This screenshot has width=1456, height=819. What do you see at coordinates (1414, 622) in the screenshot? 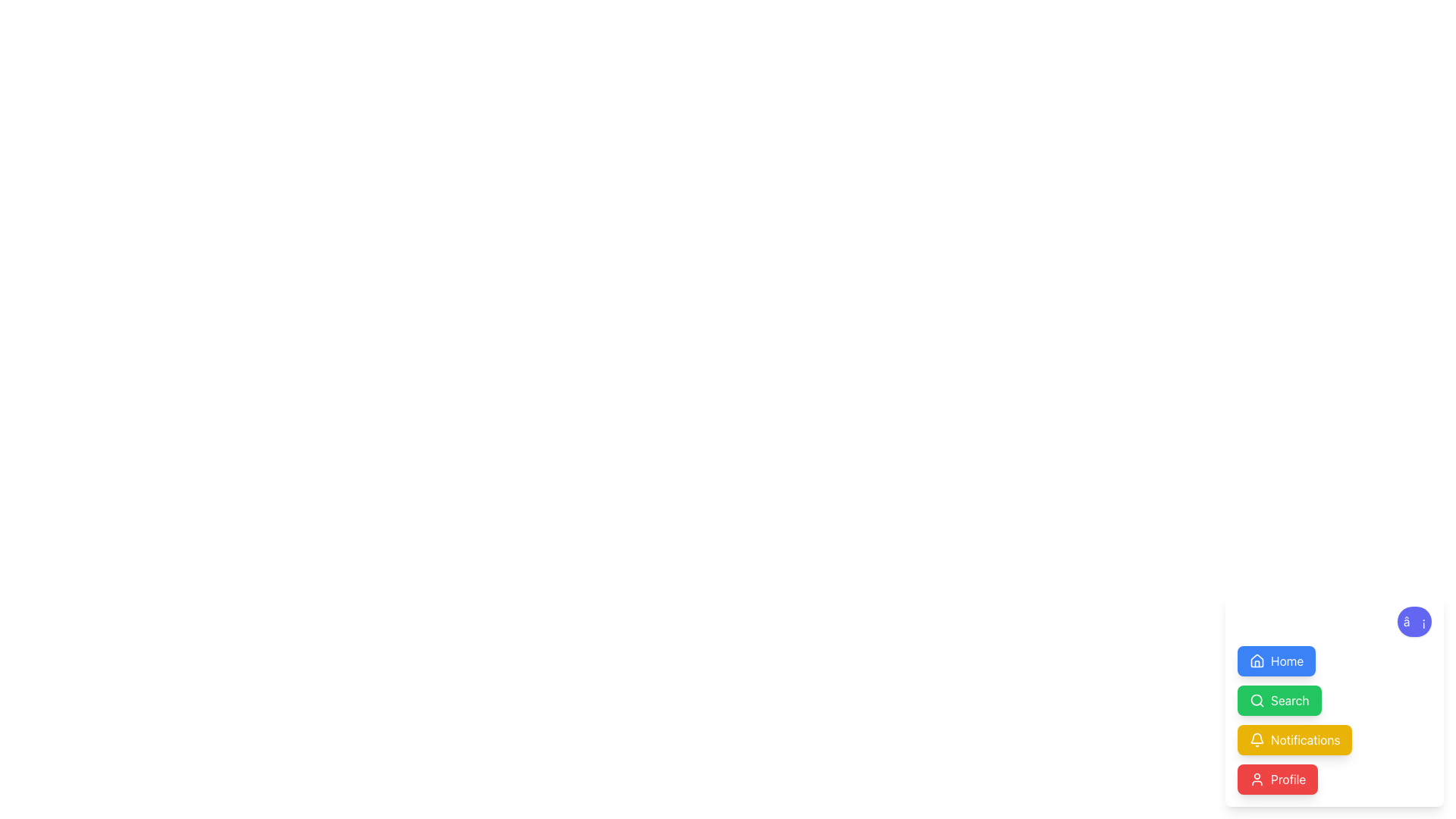
I see `the hamburger menu button located at the top-right corner of the vertical layout` at bounding box center [1414, 622].